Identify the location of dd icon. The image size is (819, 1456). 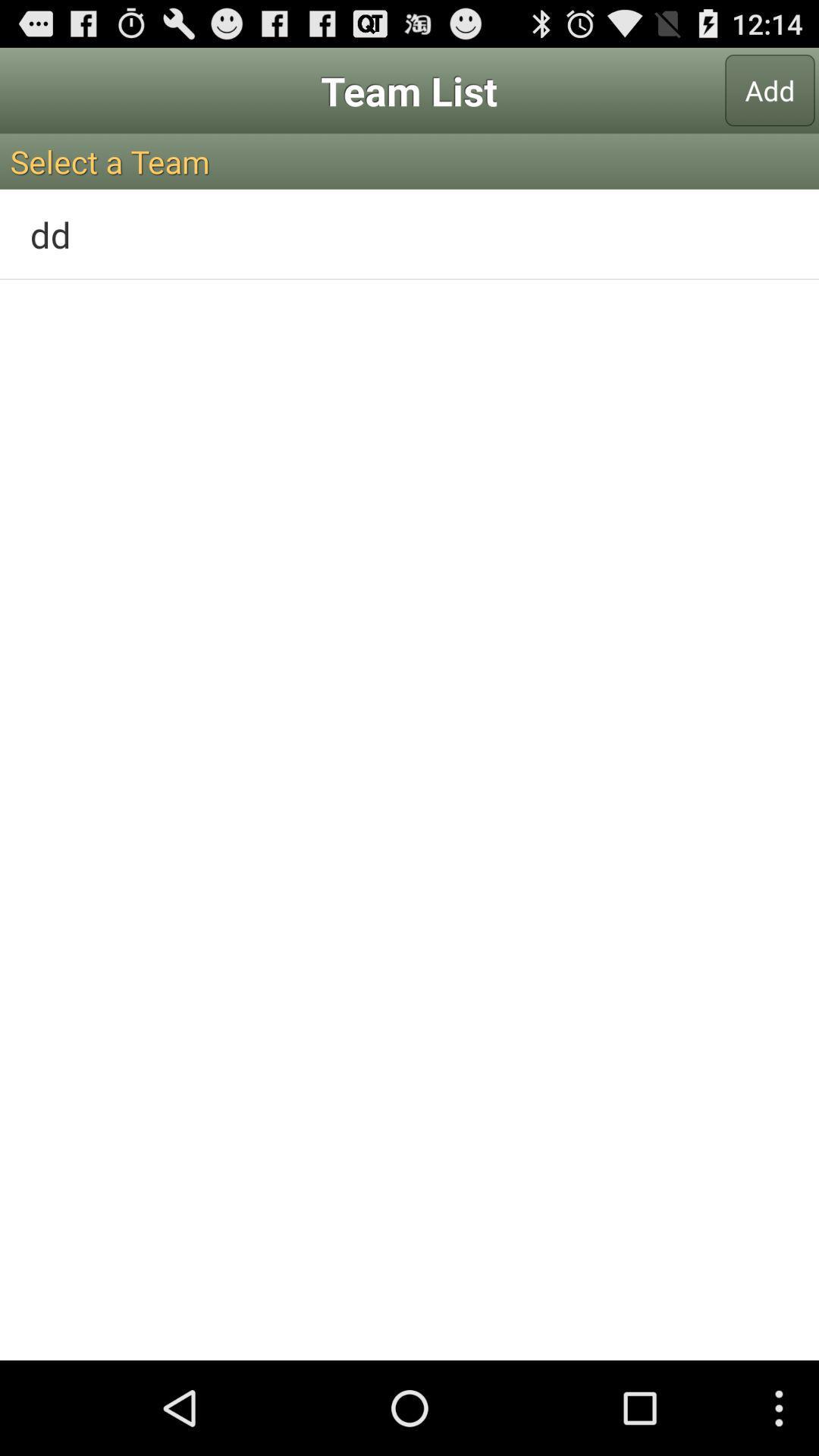
(409, 234).